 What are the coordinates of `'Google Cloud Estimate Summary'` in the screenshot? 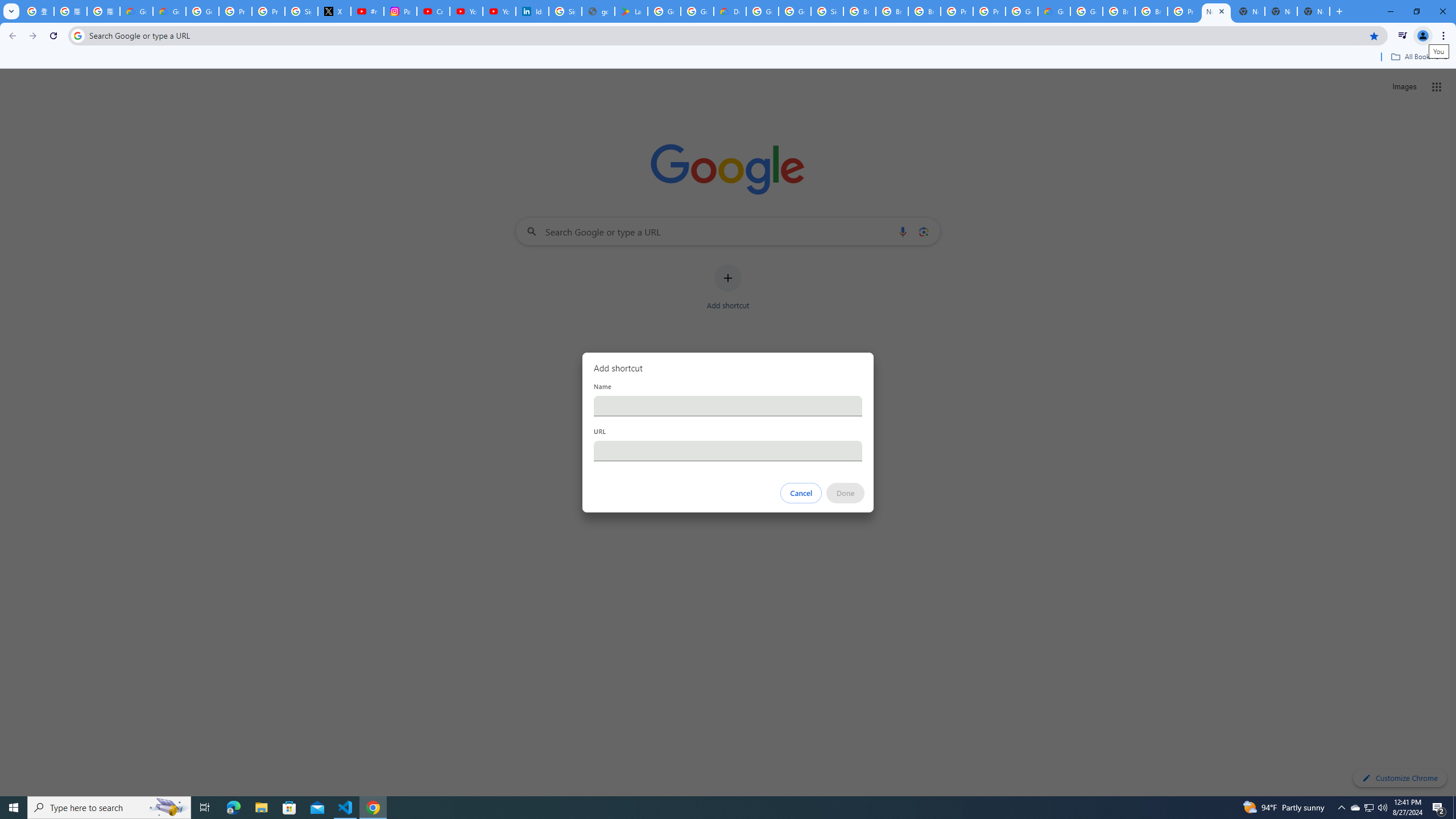 It's located at (1053, 11).